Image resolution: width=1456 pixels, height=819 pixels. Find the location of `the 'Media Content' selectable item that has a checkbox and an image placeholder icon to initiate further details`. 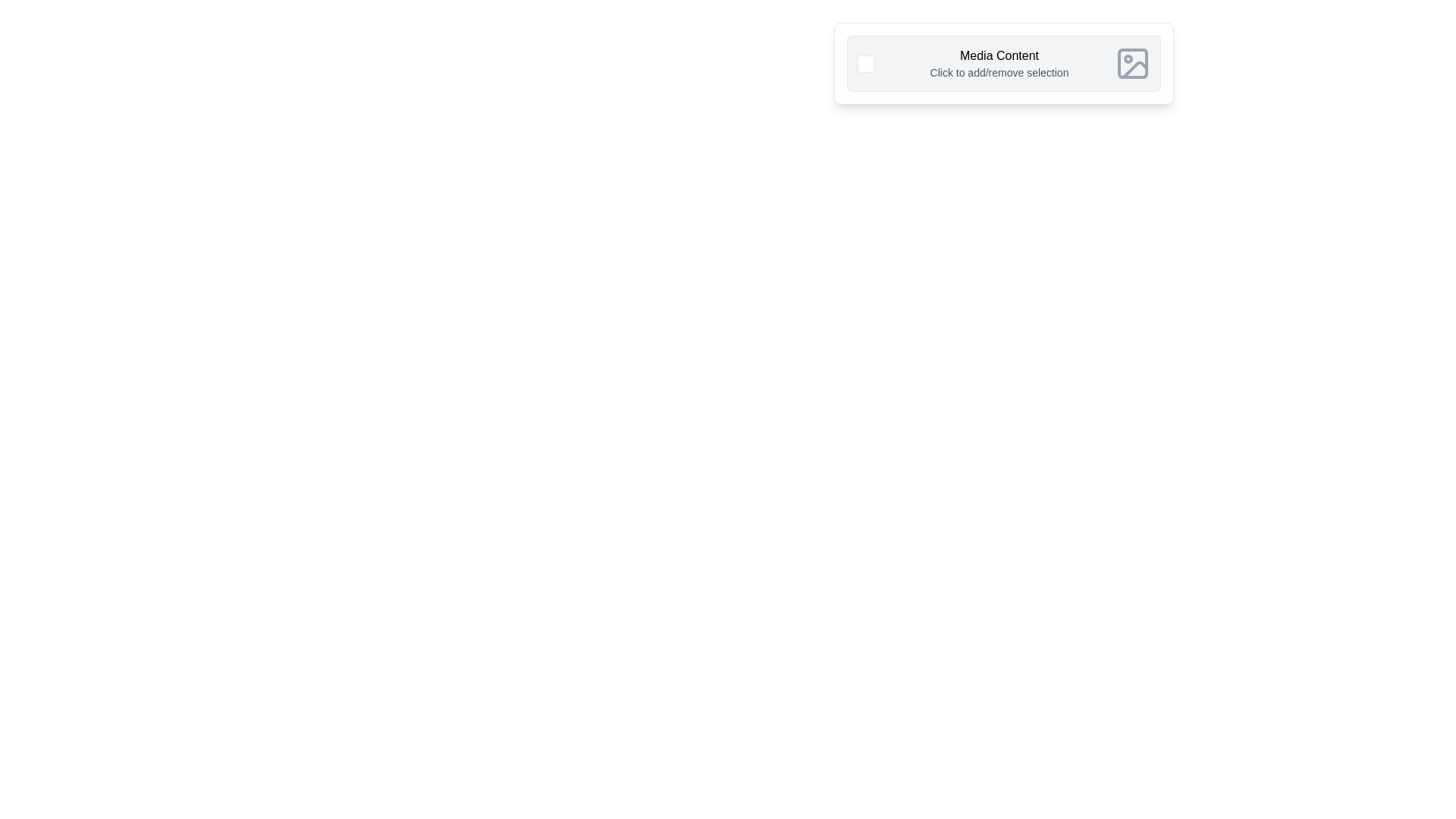

the 'Media Content' selectable item that has a checkbox and an image placeholder icon to initiate further details is located at coordinates (1004, 63).